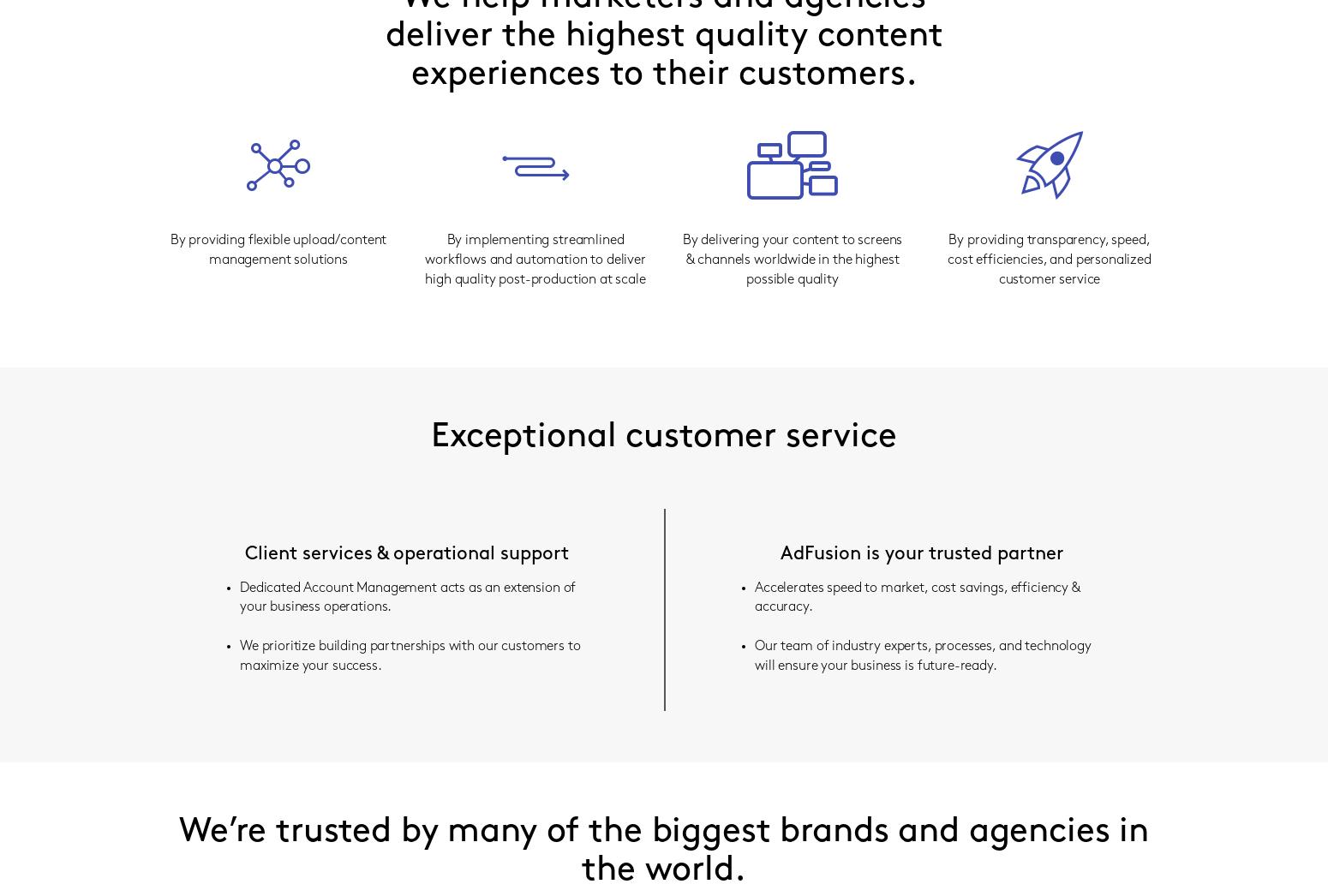 The width and height of the screenshot is (1328, 896). Describe the element at coordinates (663, 379) in the screenshot. I see `'Ready to learn more about AdFusion?'` at that location.